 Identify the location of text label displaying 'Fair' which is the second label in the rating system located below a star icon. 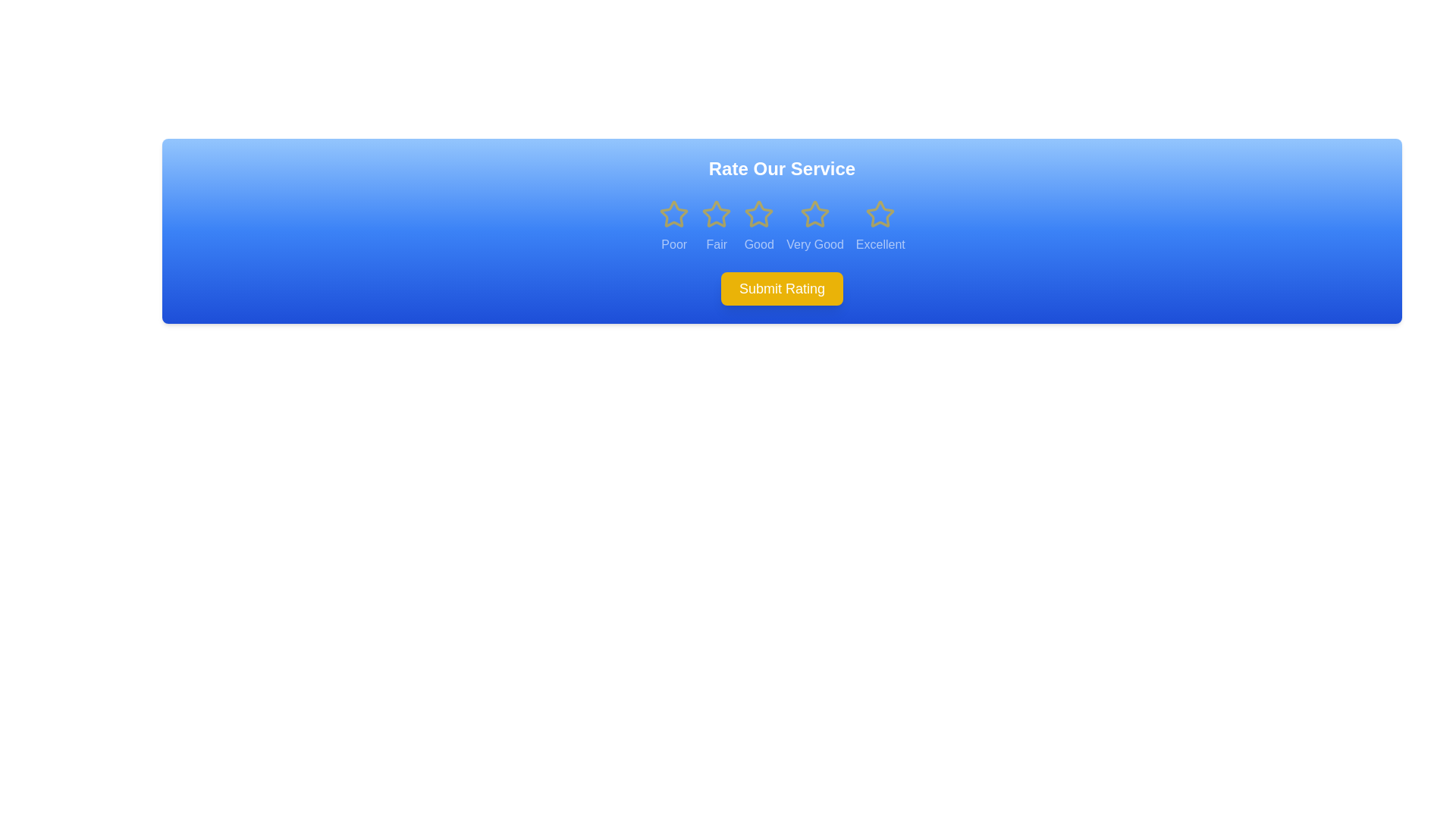
(716, 244).